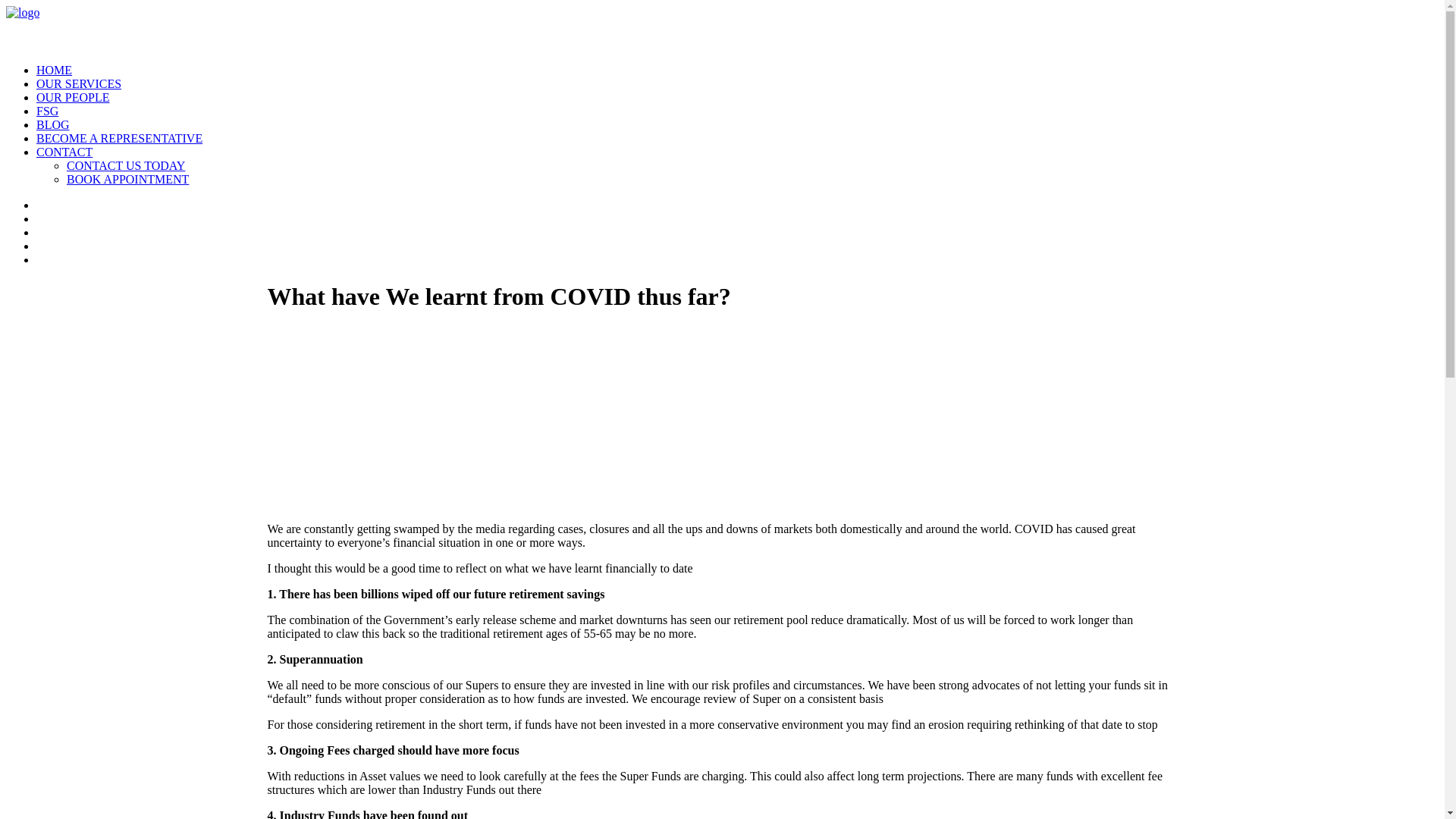 This screenshot has height=819, width=1456. What do you see at coordinates (78, 83) in the screenshot?
I see `'OUR SERVICES'` at bounding box center [78, 83].